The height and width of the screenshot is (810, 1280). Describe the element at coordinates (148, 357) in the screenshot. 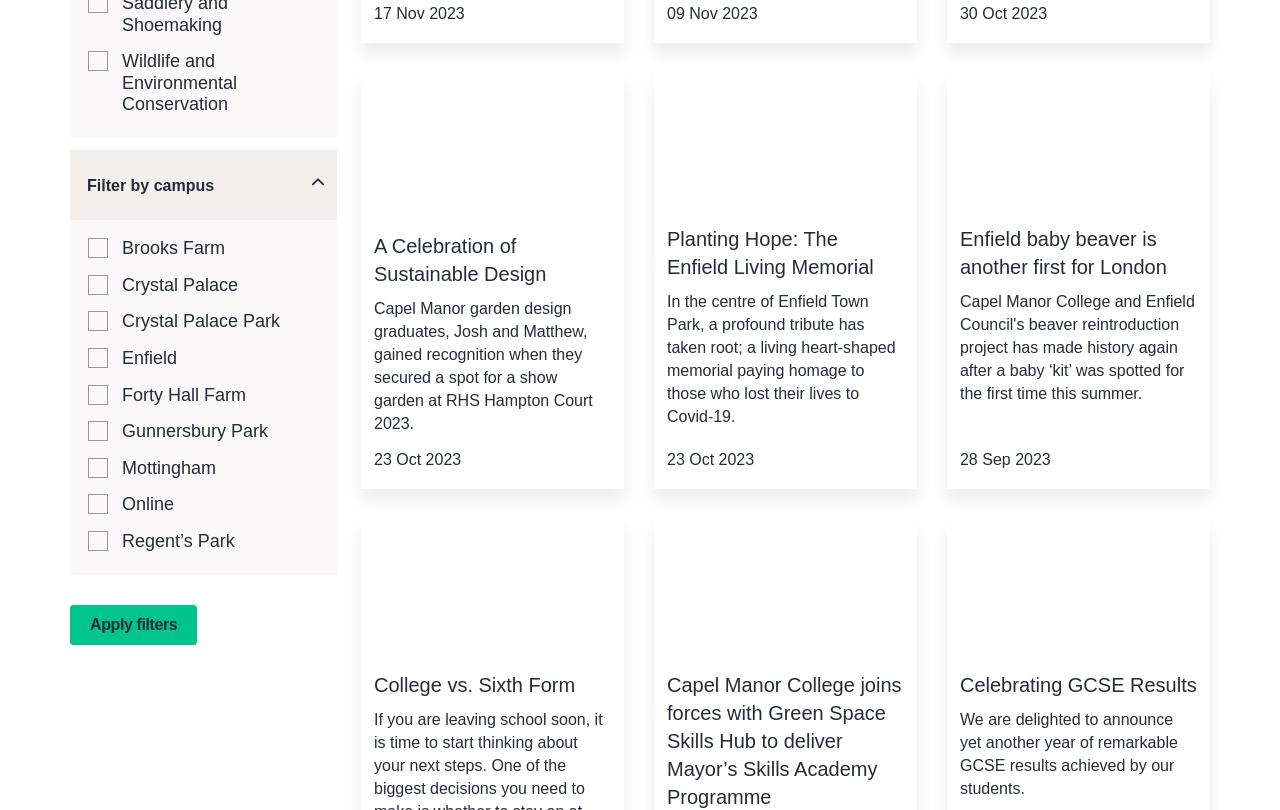

I see `'Enfield'` at that location.